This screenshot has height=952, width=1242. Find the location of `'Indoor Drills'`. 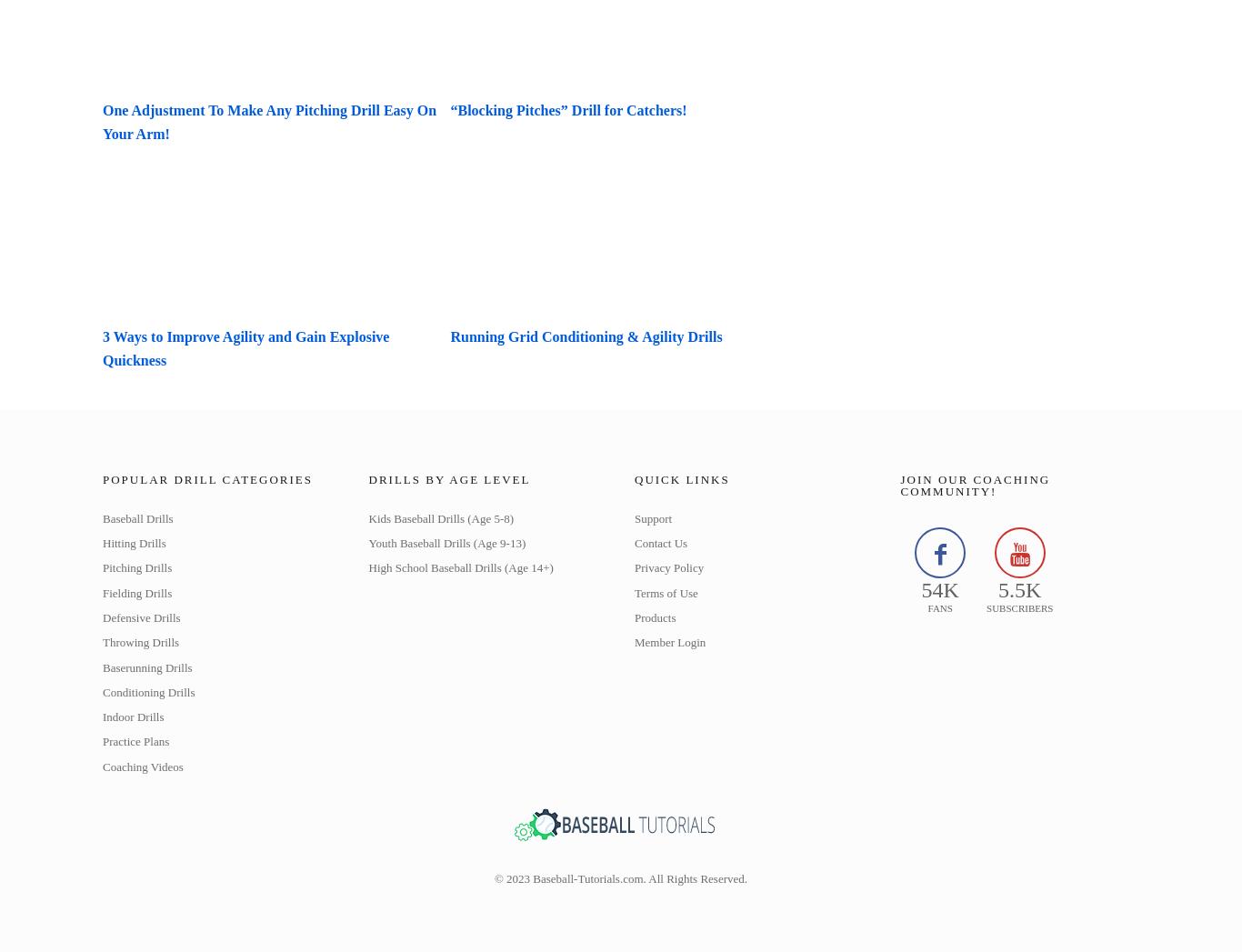

'Indoor Drills' is located at coordinates (132, 716).